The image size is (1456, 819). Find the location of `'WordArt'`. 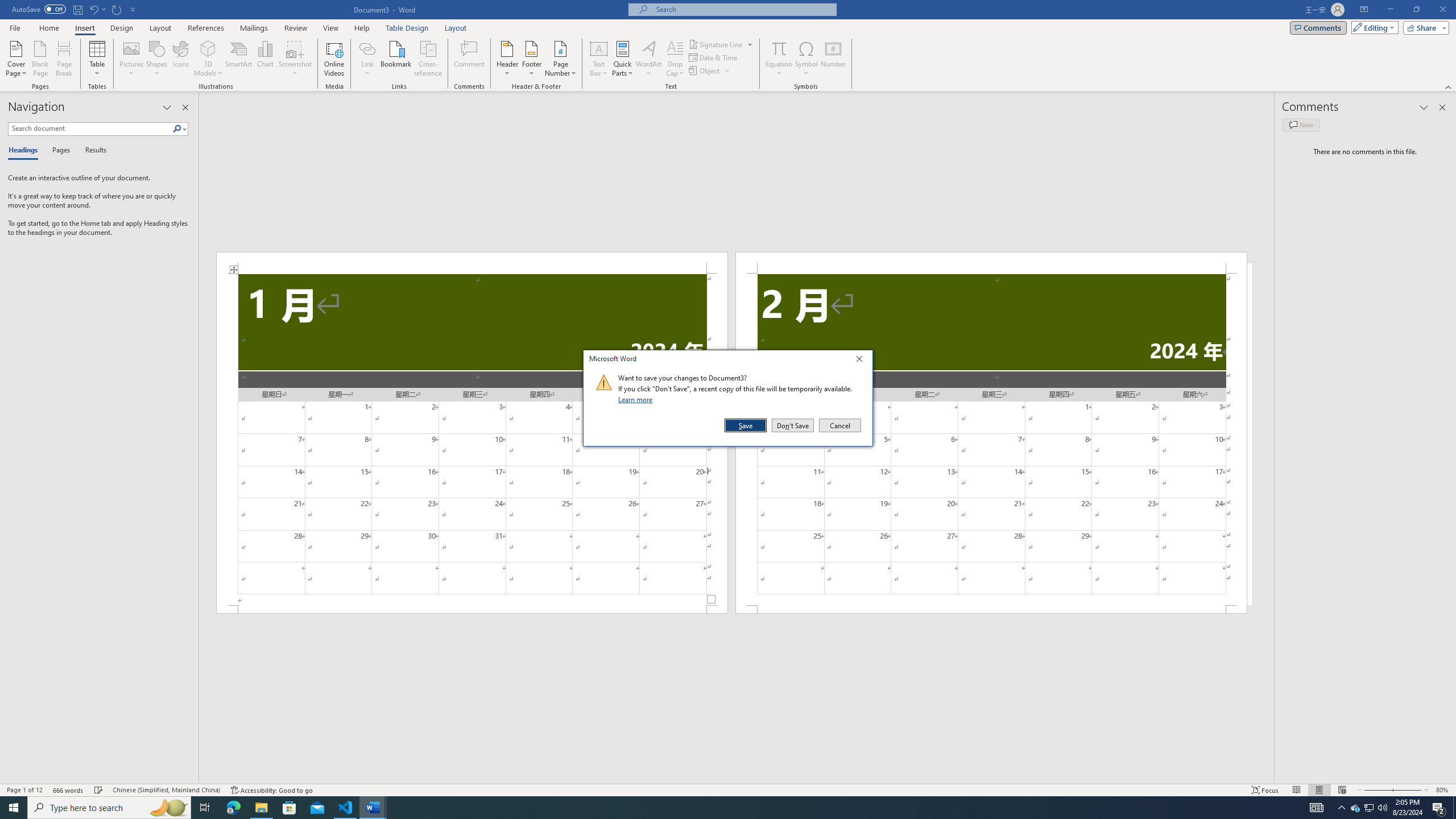

'WordArt' is located at coordinates (648, 59).